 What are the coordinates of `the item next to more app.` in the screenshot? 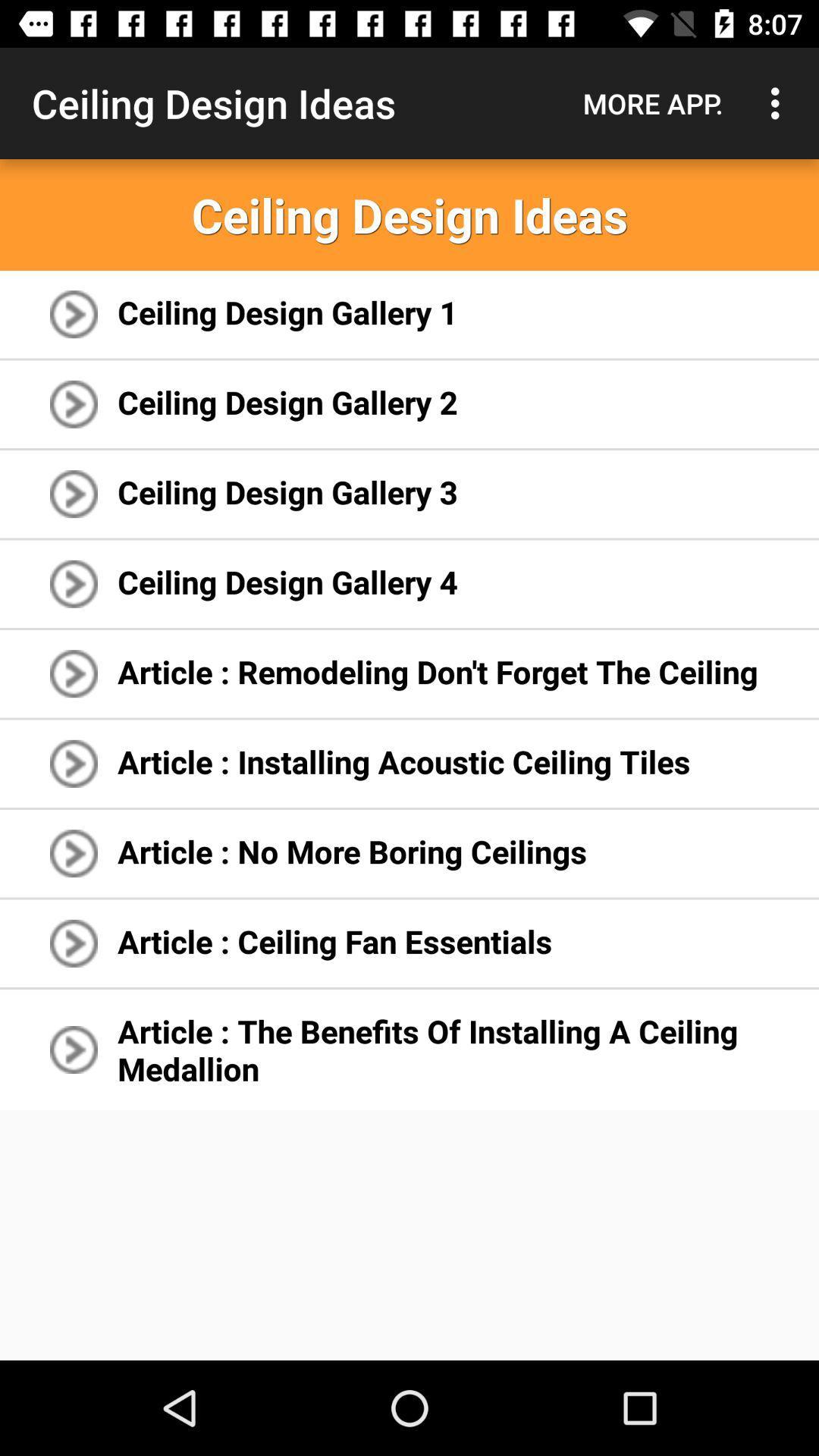 It's located at (779, 102).